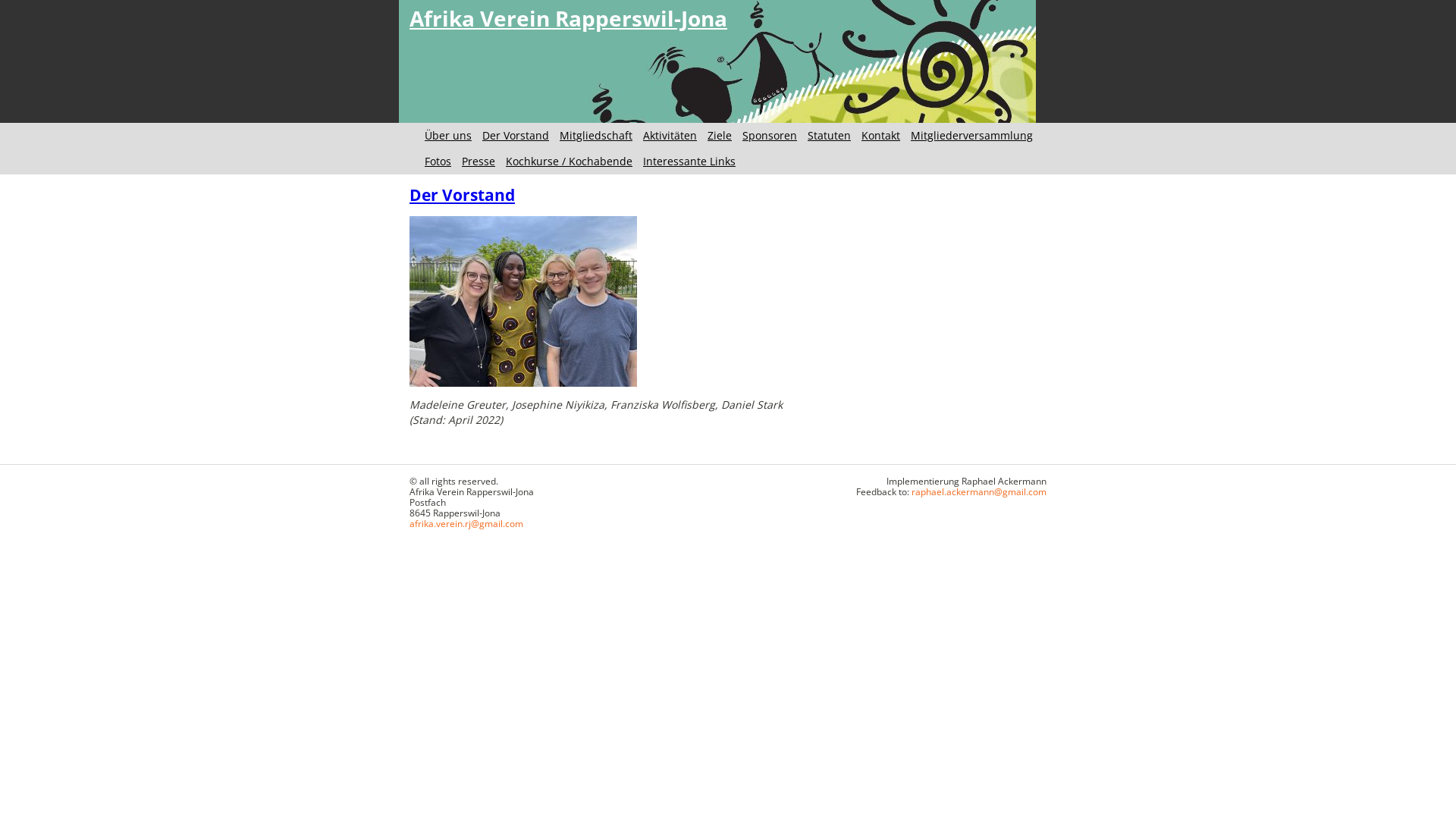  What do you see at coordinates (567, 17) in the screenshot?
I see `'Afrika Verein Rapperswil-Jona'` at bounding box center [567, 17].